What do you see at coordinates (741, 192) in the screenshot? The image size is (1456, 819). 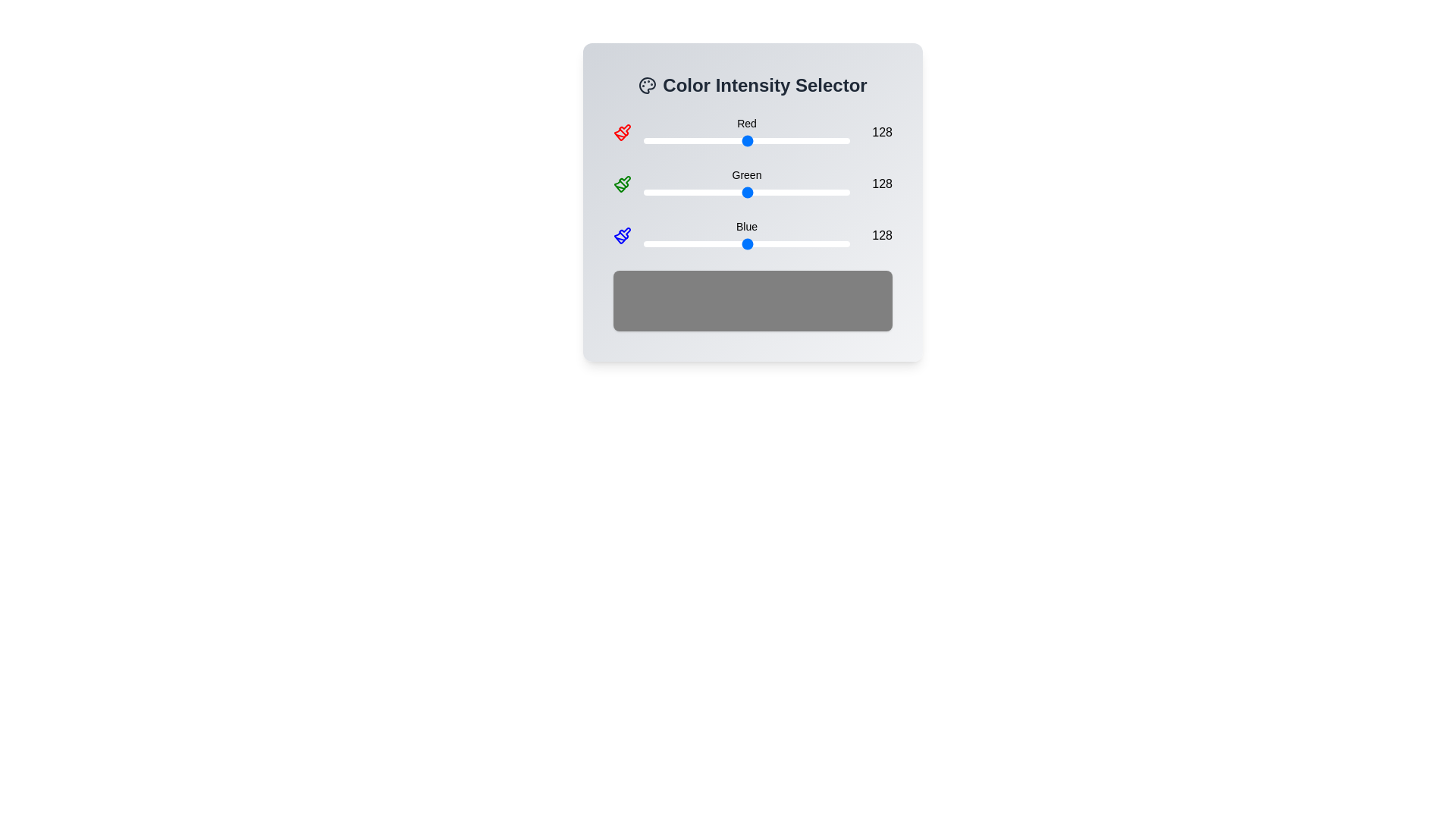 I see `the green intensity` at bounding box center [741, 192].